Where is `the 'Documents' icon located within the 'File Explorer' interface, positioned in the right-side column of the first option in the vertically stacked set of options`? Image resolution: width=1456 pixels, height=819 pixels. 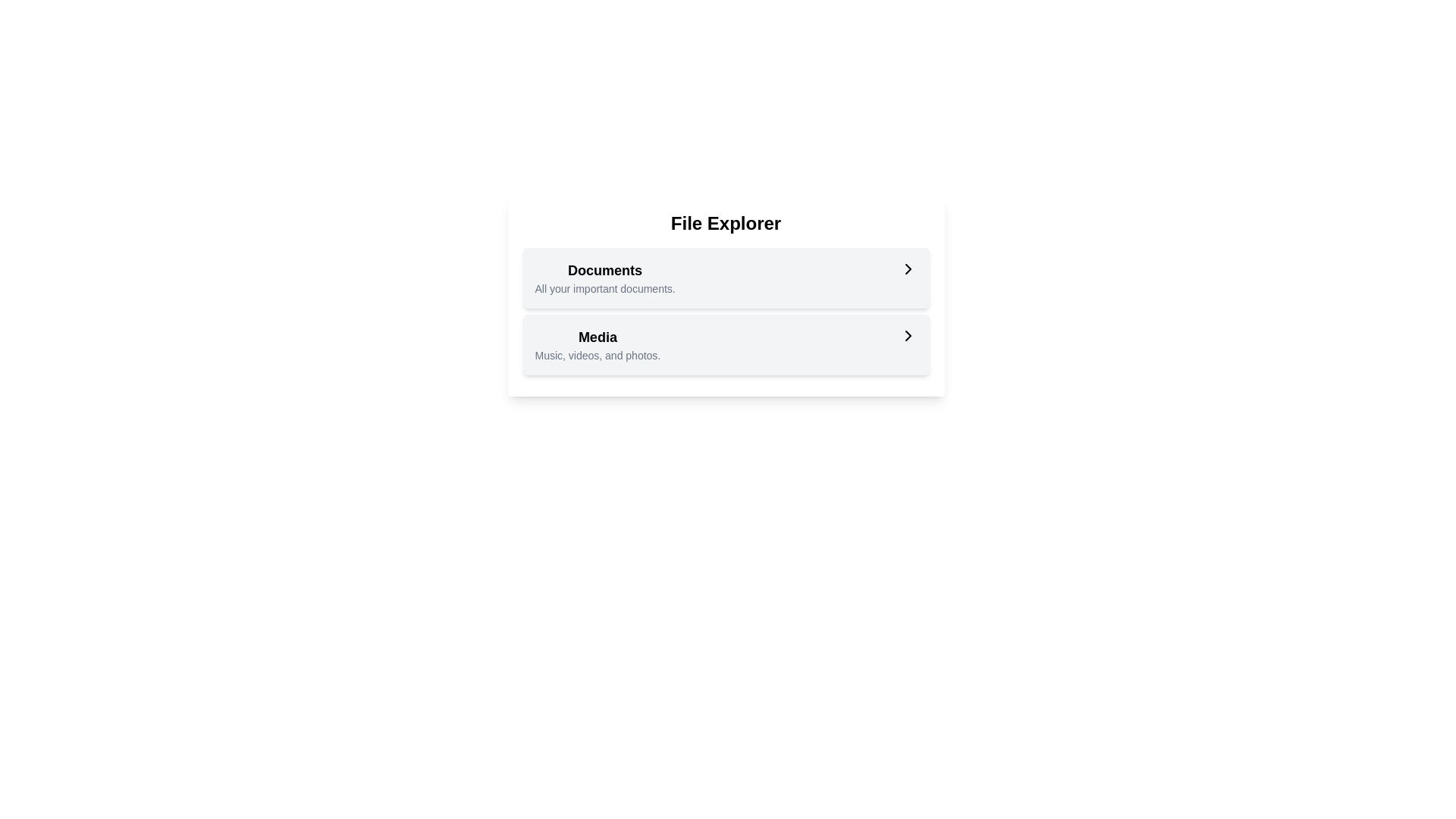
the 'Documents' icon located within the 'File Explorer' interface, positioned in the right-side column of the first option in the vertically stacked set of options is located at coordinates (908, 268).